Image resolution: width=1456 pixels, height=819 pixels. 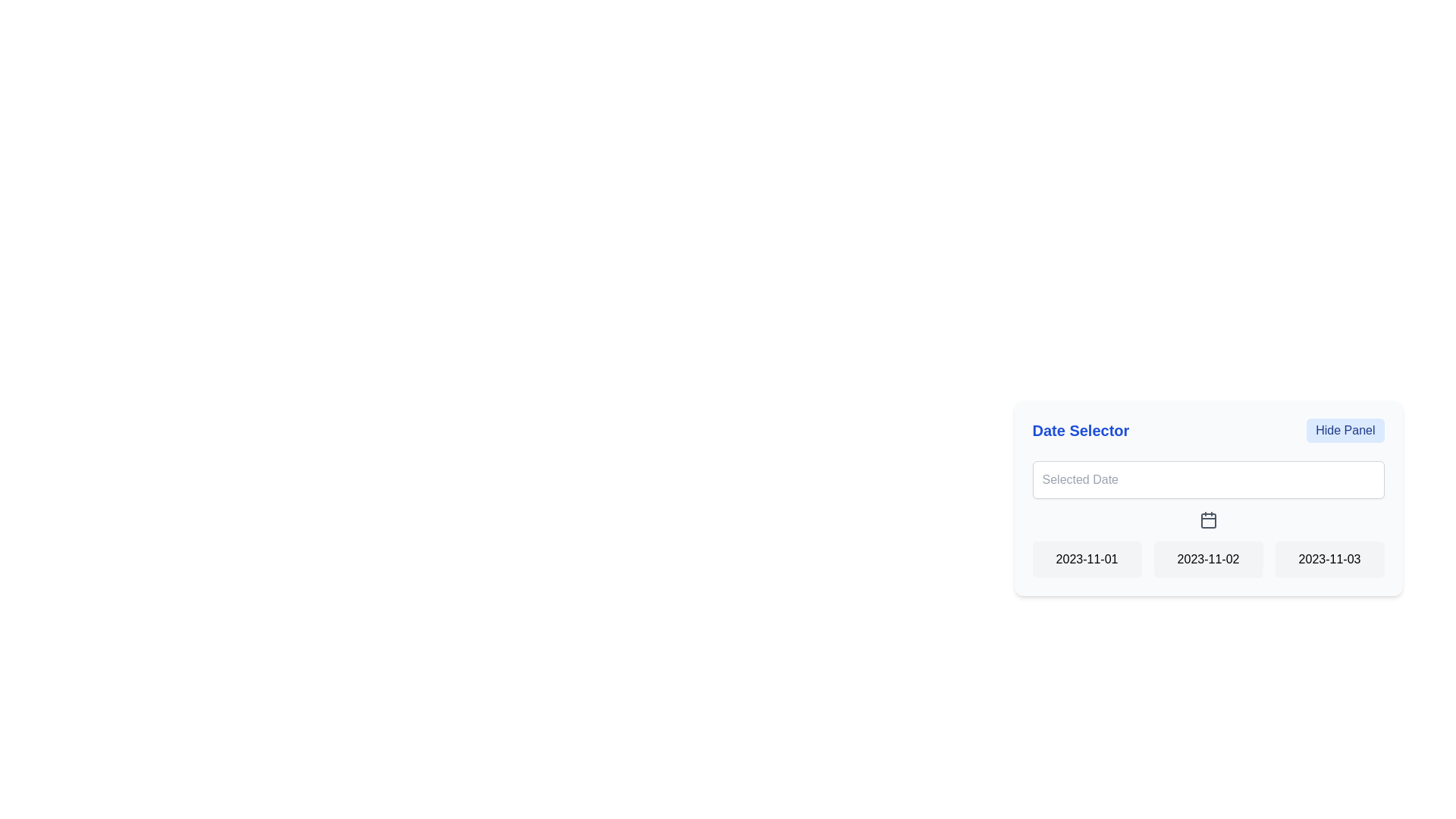 What do you see at coordinates (1207, 519) in the screenshot?
I see `the illustrated calendar icon, which is centrally aligned below the 'Selected Date' input field` at bounding box center [1207, 519].